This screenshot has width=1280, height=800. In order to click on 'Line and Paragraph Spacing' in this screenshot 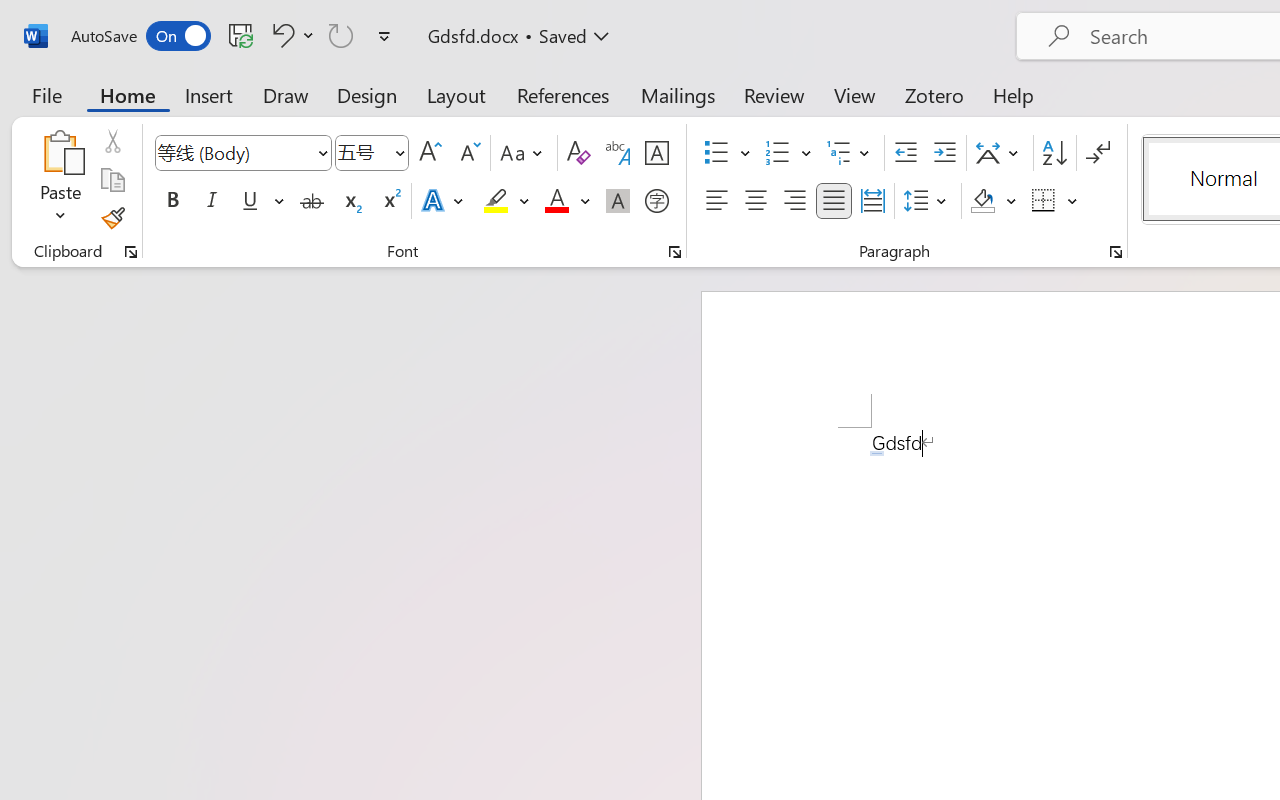, I will do `click(927, 201)`.